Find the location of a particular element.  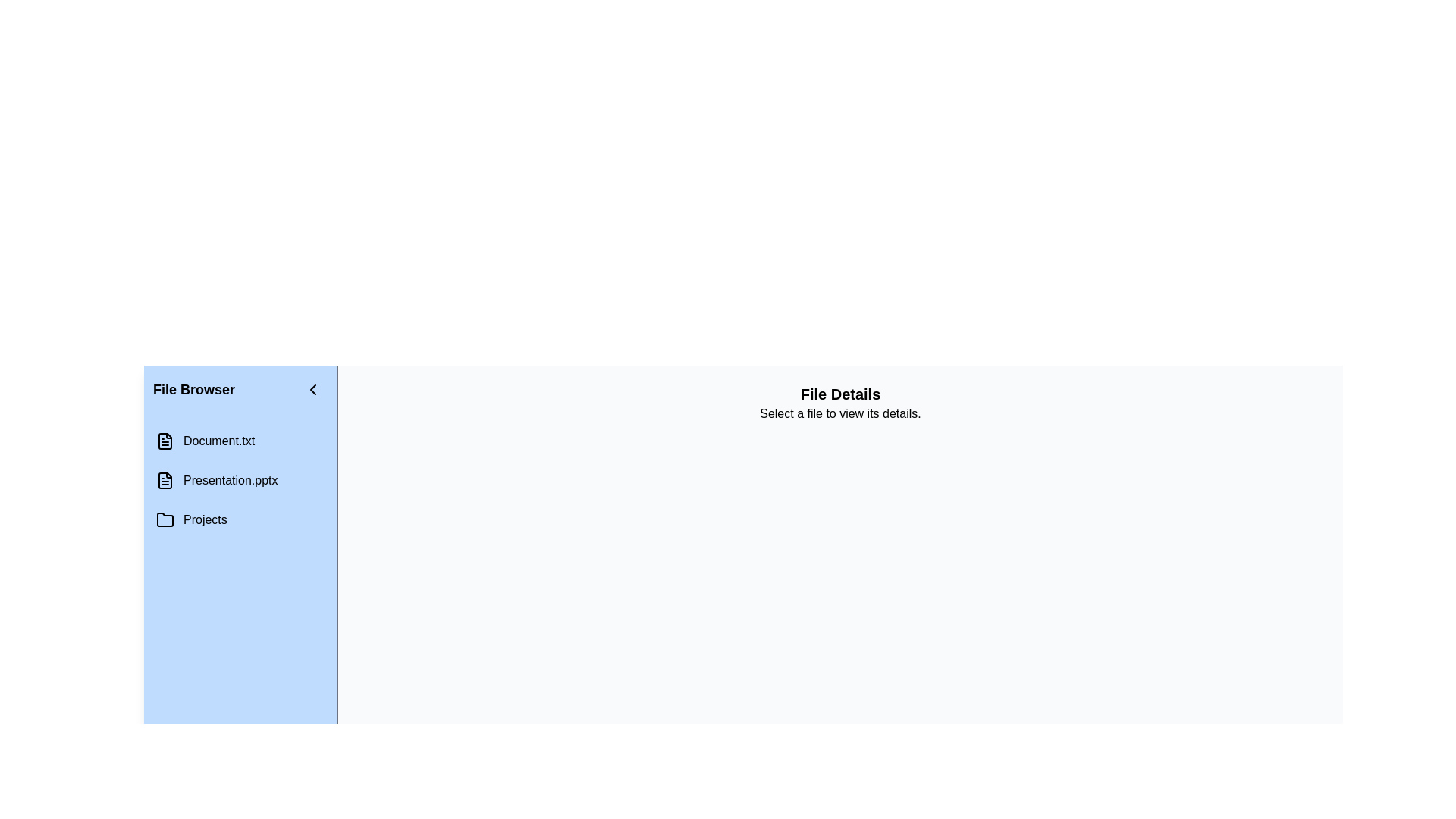

the folder icon representing the 'Projects' directory in the file navigation panel is located at coordinates (165, 519).